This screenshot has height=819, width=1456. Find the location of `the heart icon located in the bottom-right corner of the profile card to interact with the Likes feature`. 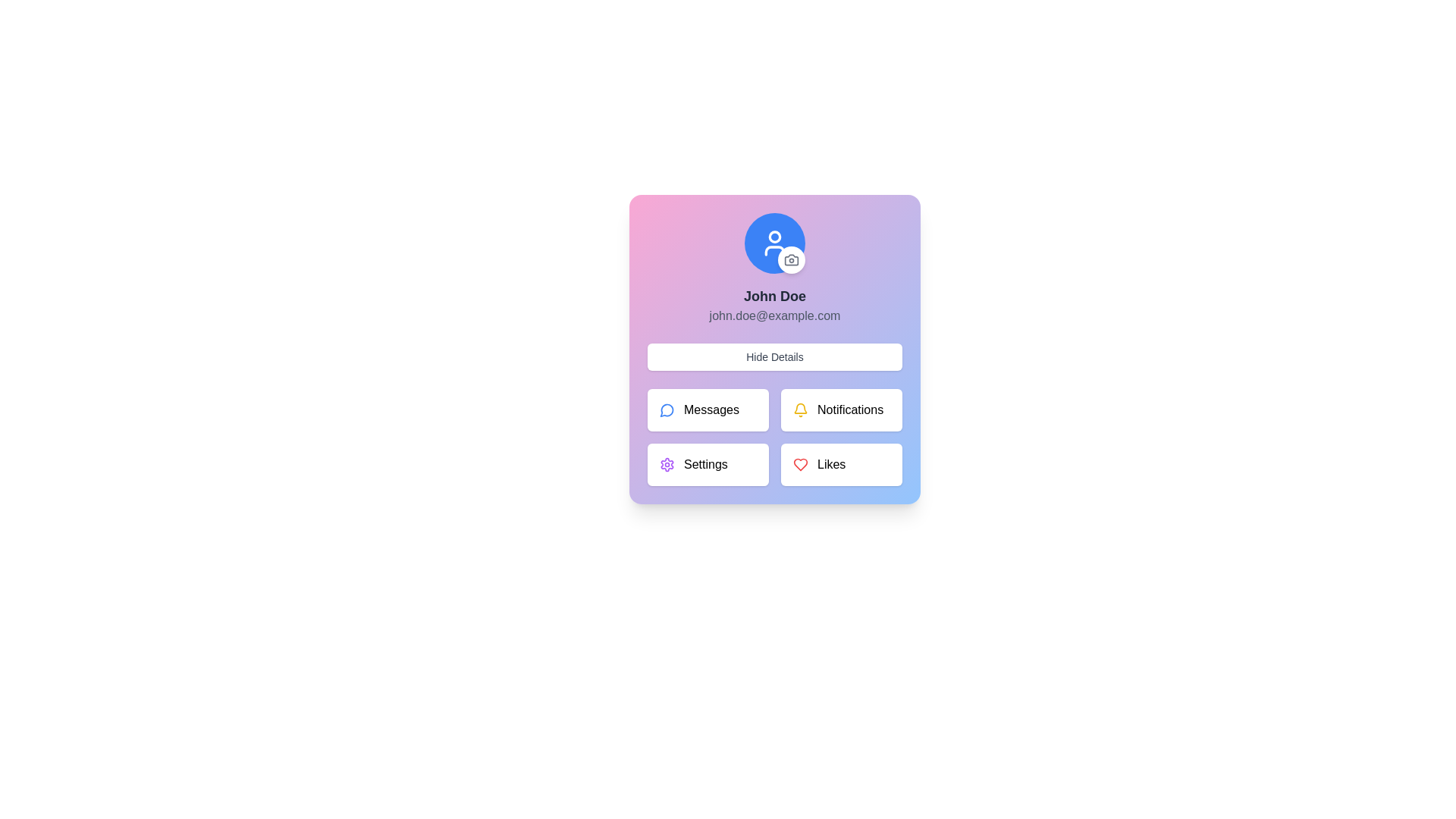

the heart icon located in the bottom-right corner of the profile card to interact with the Likes feature is located at coordinates (800, 464).